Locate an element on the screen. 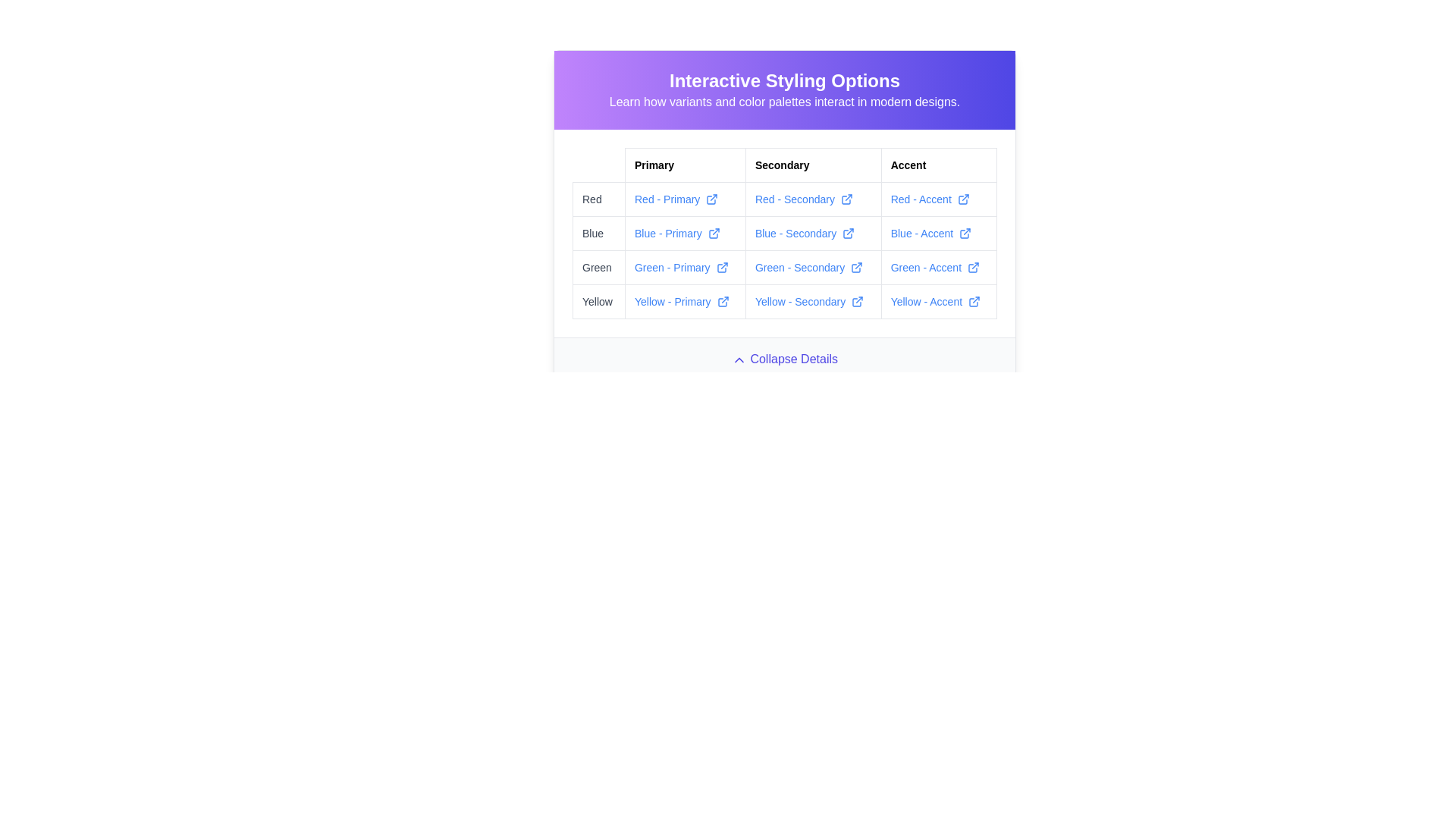  the Table Header Row containing the headers 'Primary', 'Secondary', and 'Accent' which is styled with a bold font at the top of the table is located at coordinates (785, 165).